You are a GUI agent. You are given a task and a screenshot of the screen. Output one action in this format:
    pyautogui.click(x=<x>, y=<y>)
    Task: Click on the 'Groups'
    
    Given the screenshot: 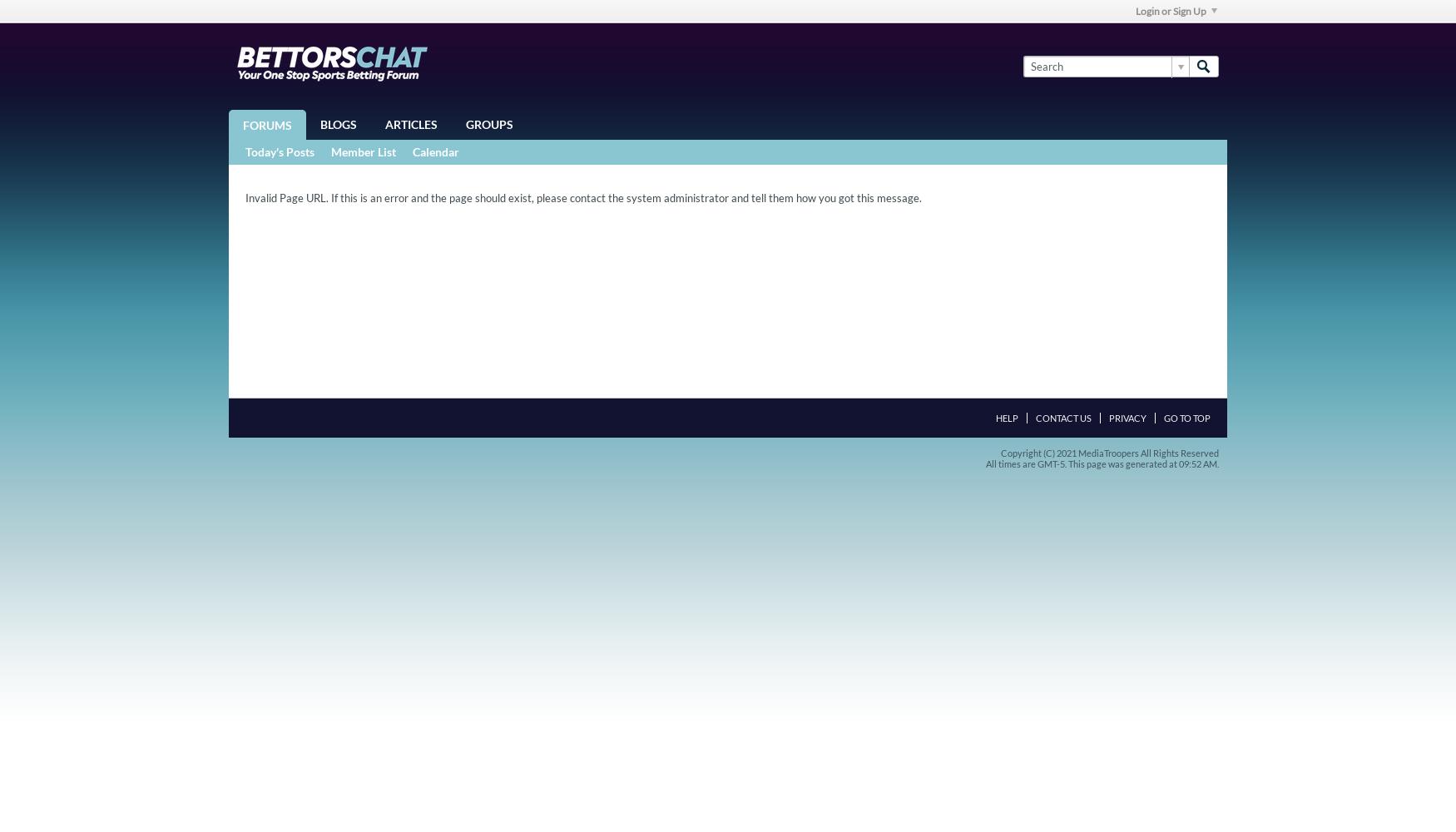 What is the action you would take?
    pyautogui.click(x=489, y=124)
    